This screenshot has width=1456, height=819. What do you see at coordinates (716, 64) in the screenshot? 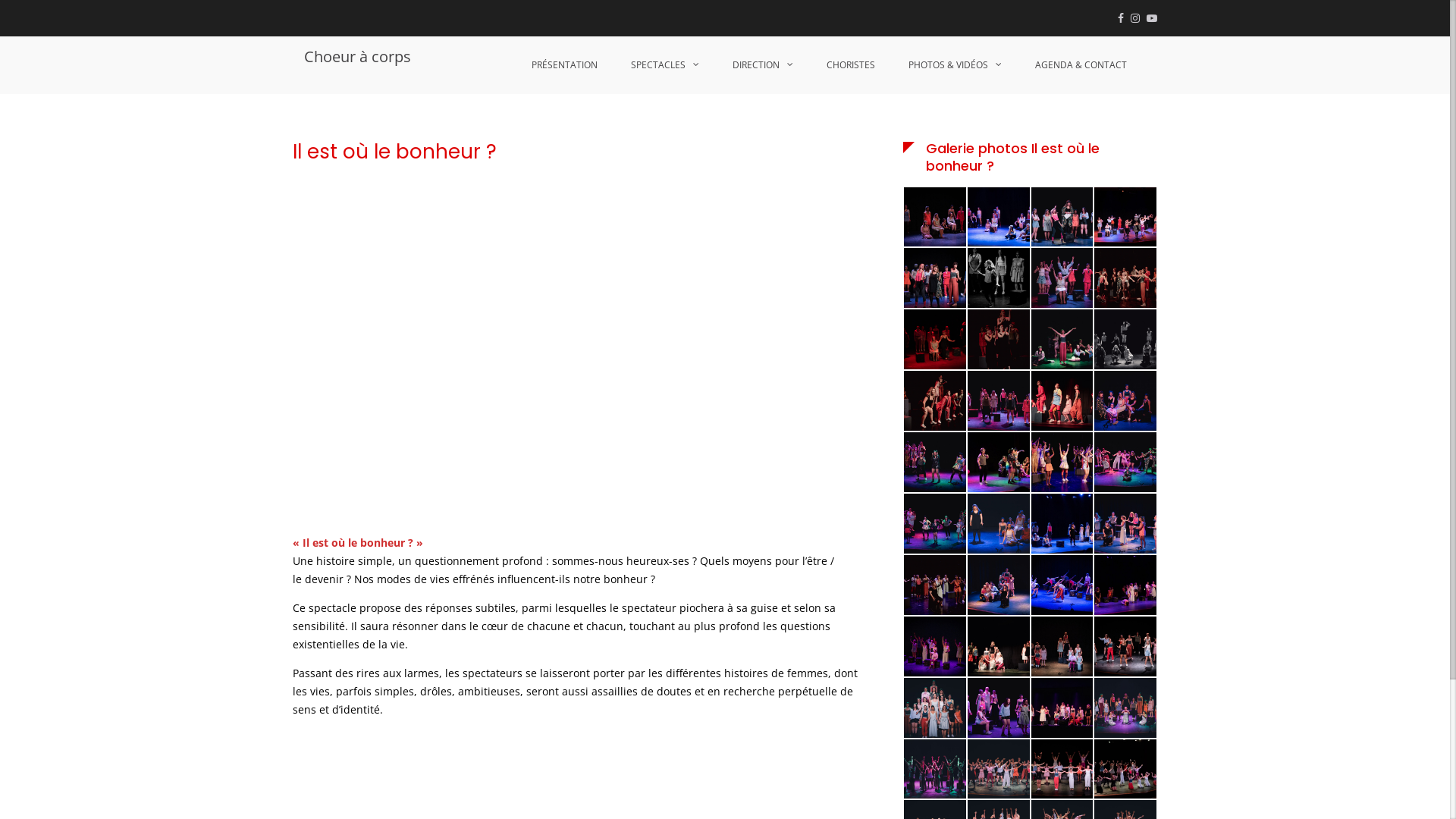
I see `'DIRECTION'` at bounding box center [716, 64].